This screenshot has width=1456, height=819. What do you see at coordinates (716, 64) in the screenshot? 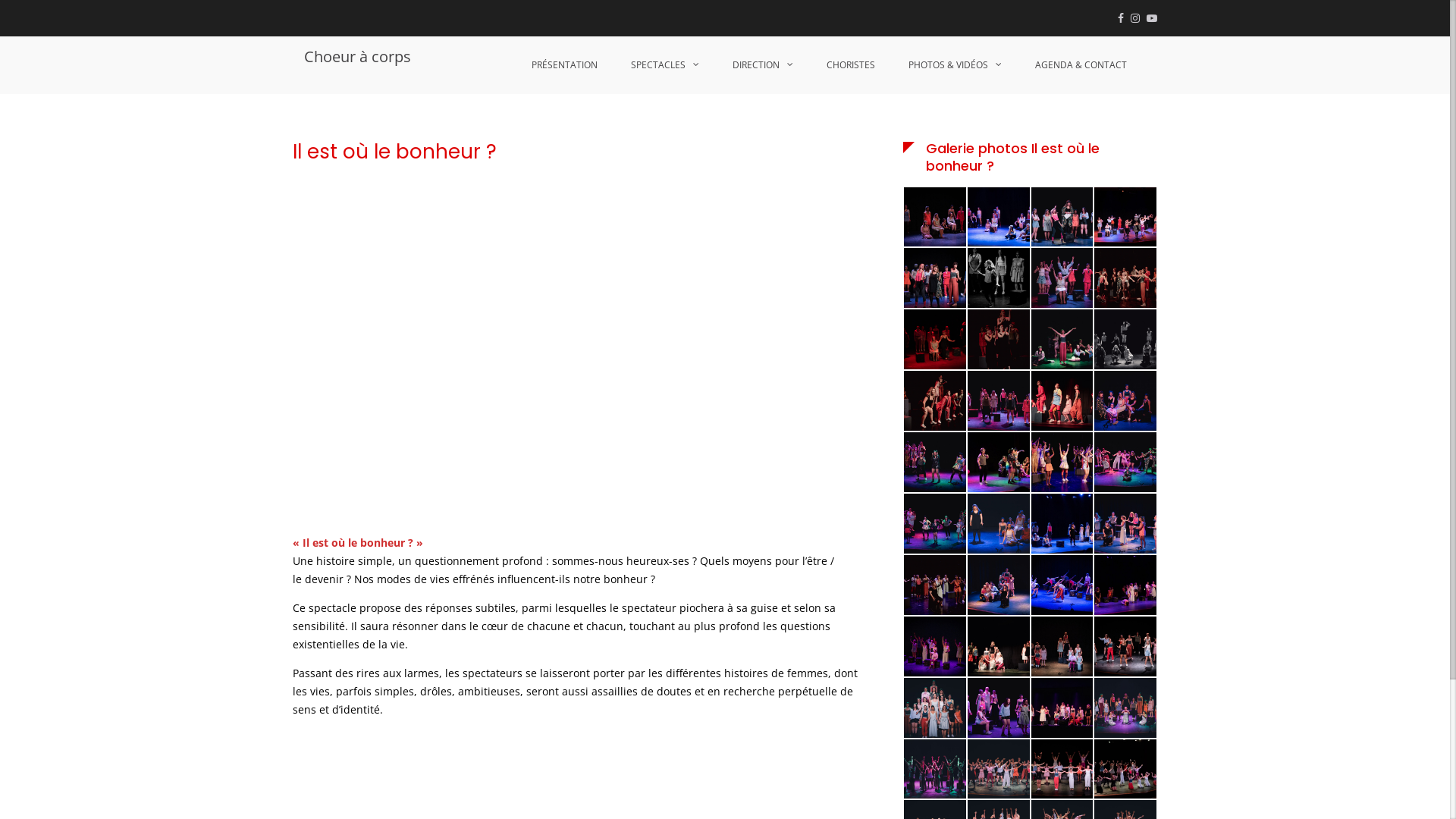
I see `'DIRECTION'` at bounding box center [716, 64].